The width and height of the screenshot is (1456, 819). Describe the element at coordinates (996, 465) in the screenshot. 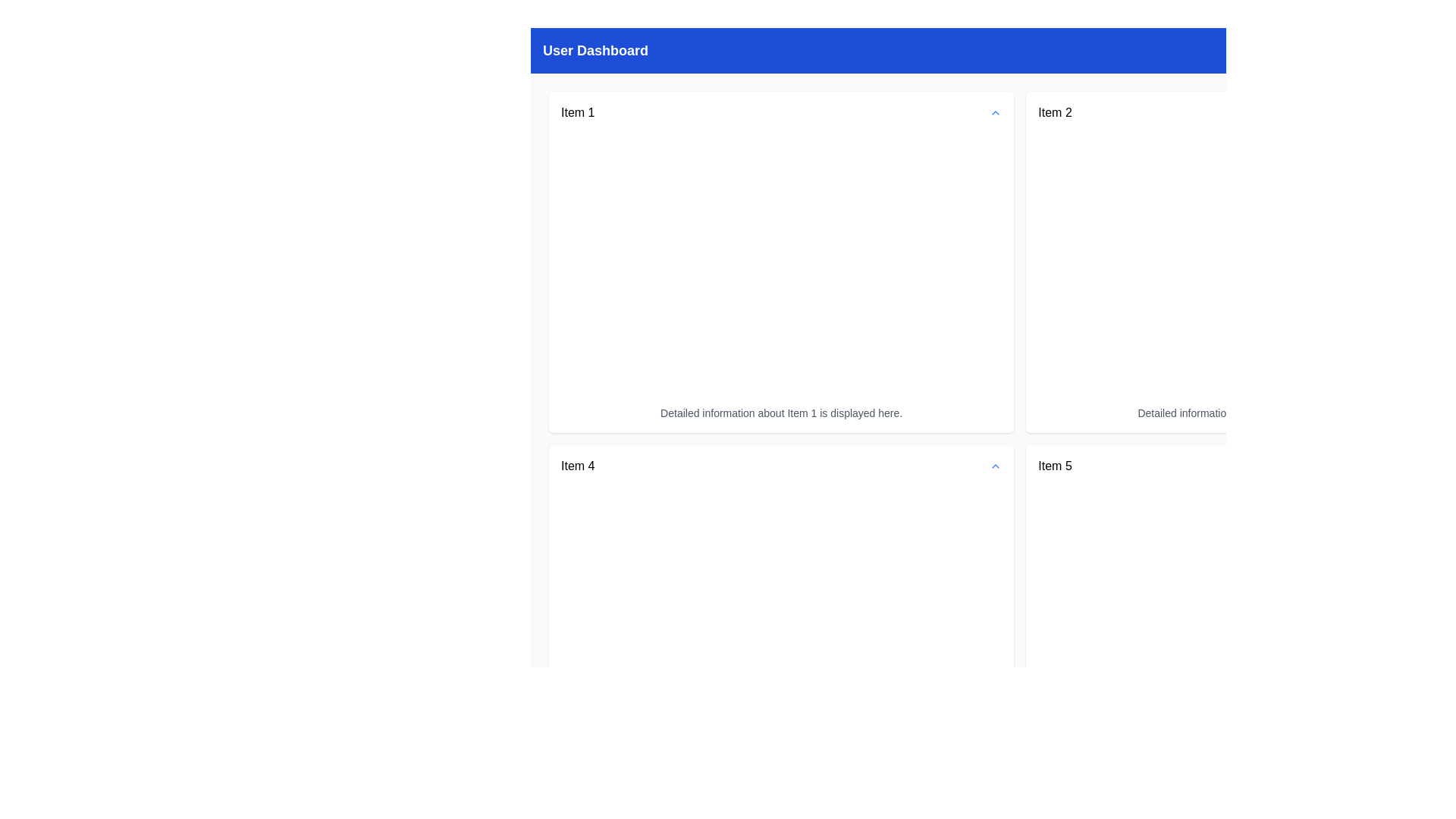

I see `the small triangular blue icon button resembling an upward chevron arrow, located adjacent to the text 'Item 4' on its right side` at that location.